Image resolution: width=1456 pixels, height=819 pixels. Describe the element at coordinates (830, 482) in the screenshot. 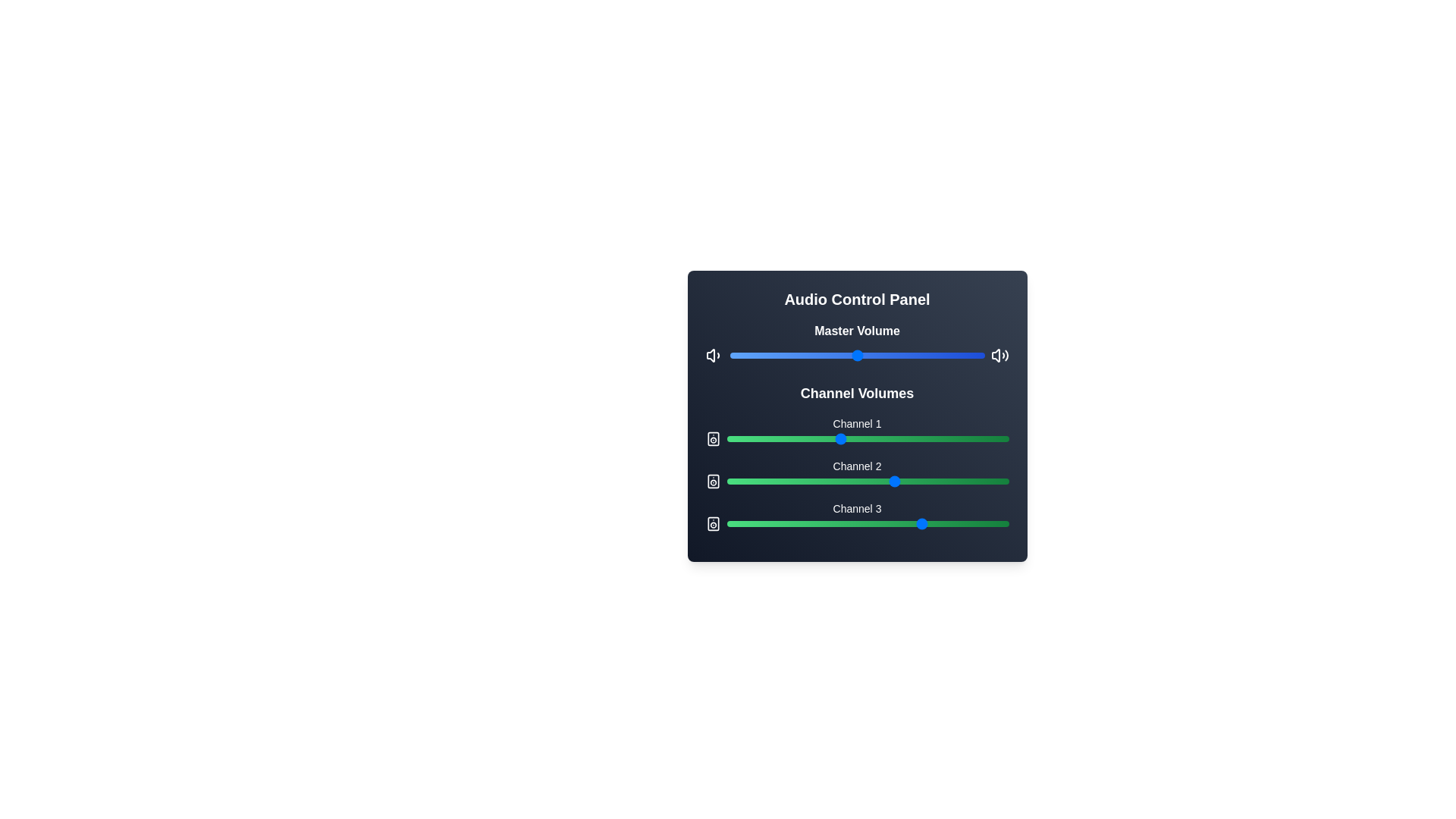

I see `the volume of Channel 2` at that location.